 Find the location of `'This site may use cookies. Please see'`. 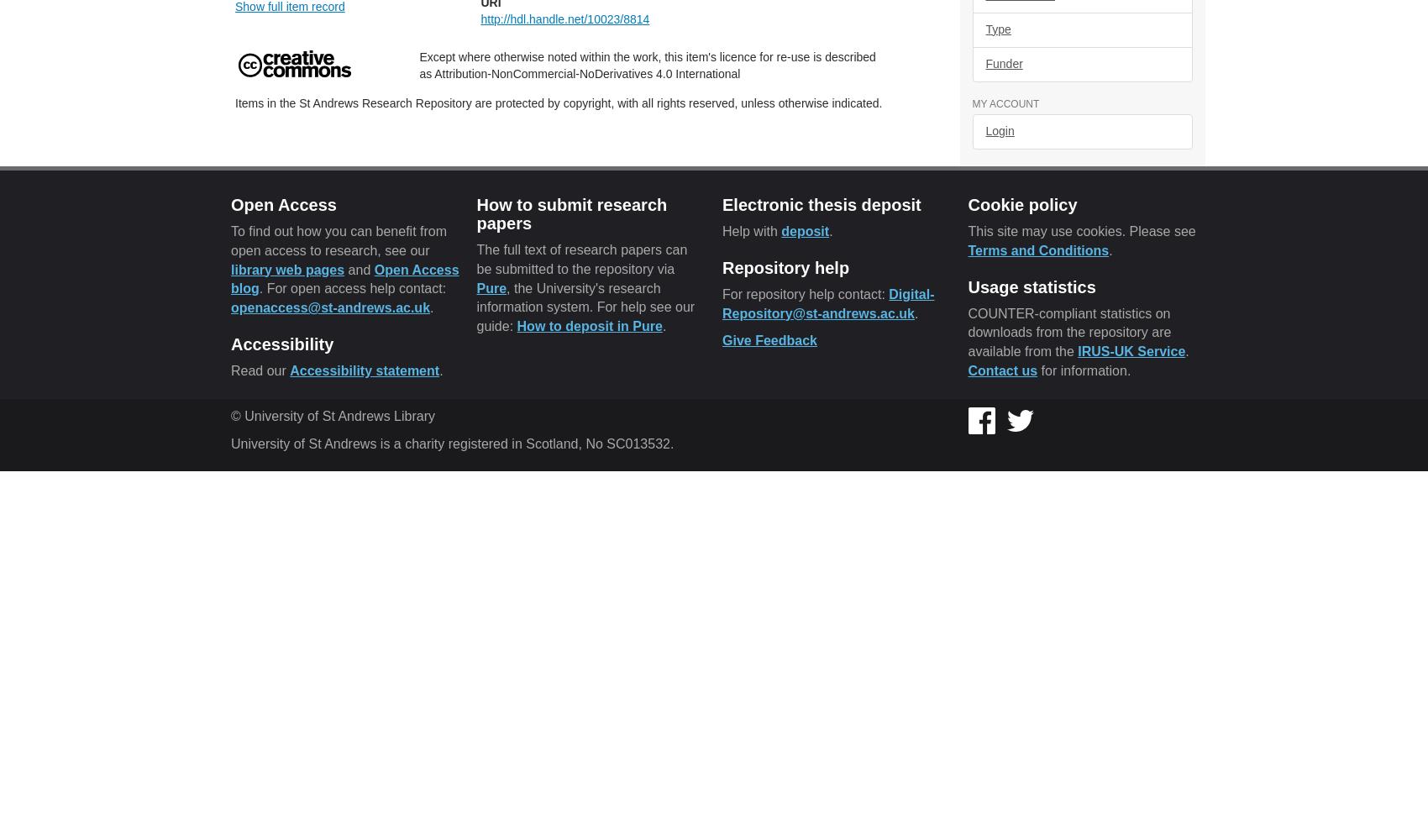

'This site may use cookies. Please see' is located at coordinates (1081, 230).